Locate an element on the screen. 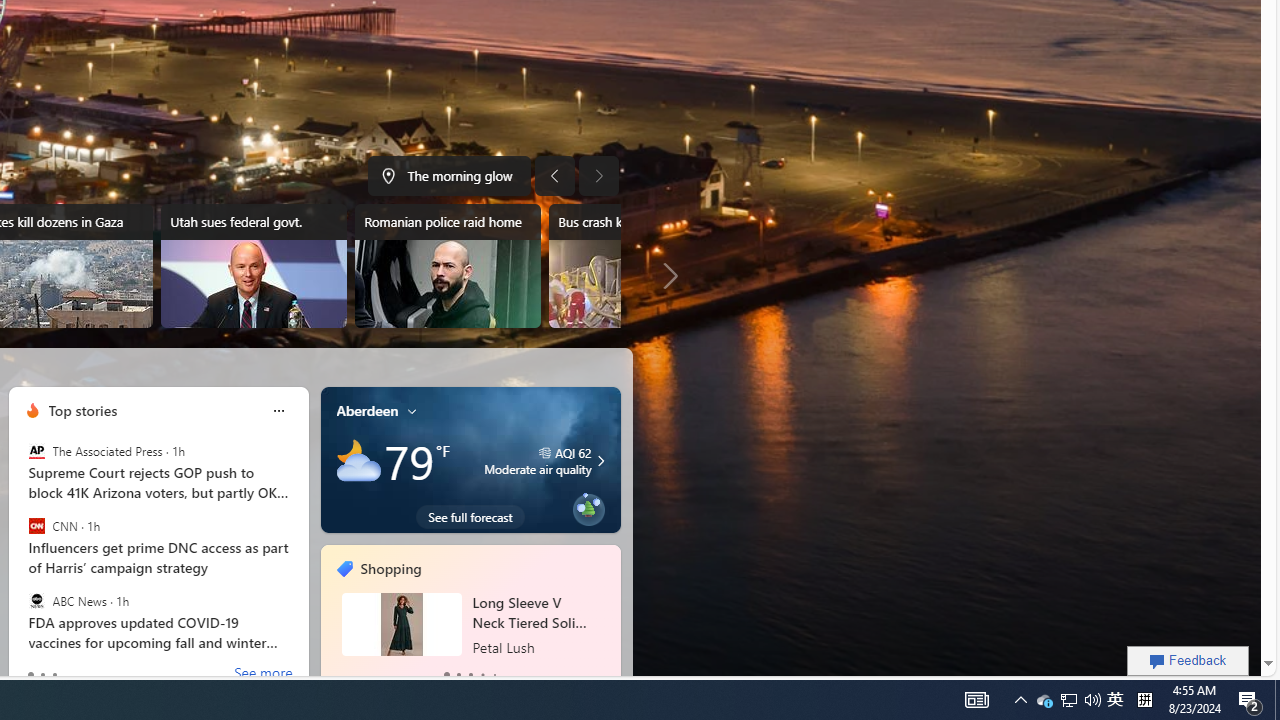 This screenshot has height=720, width=1280. 'Moderate air quality' is located at coordinates (597, 460).